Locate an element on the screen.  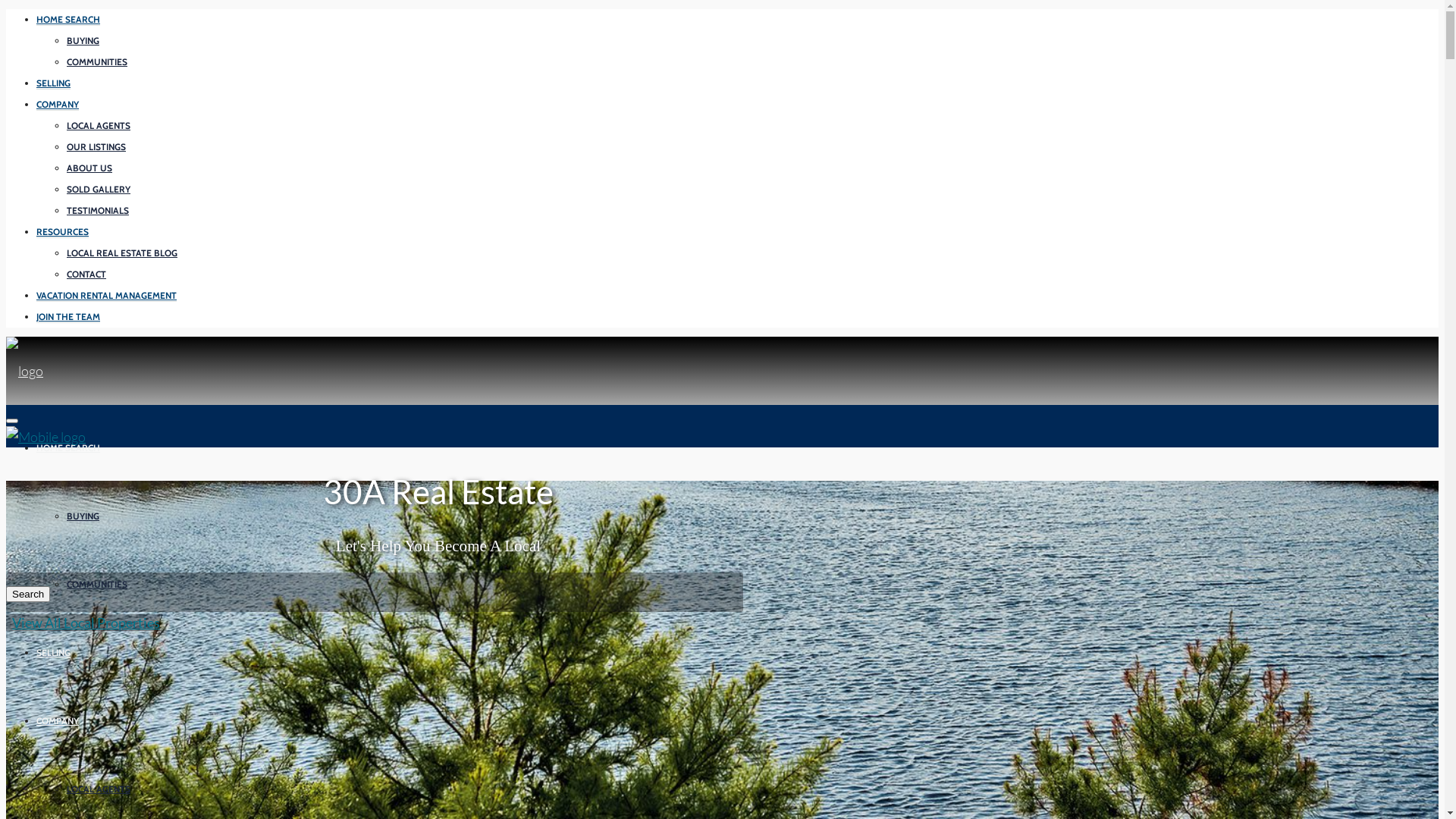
'BUYING' is located at coordinates (82, 40).